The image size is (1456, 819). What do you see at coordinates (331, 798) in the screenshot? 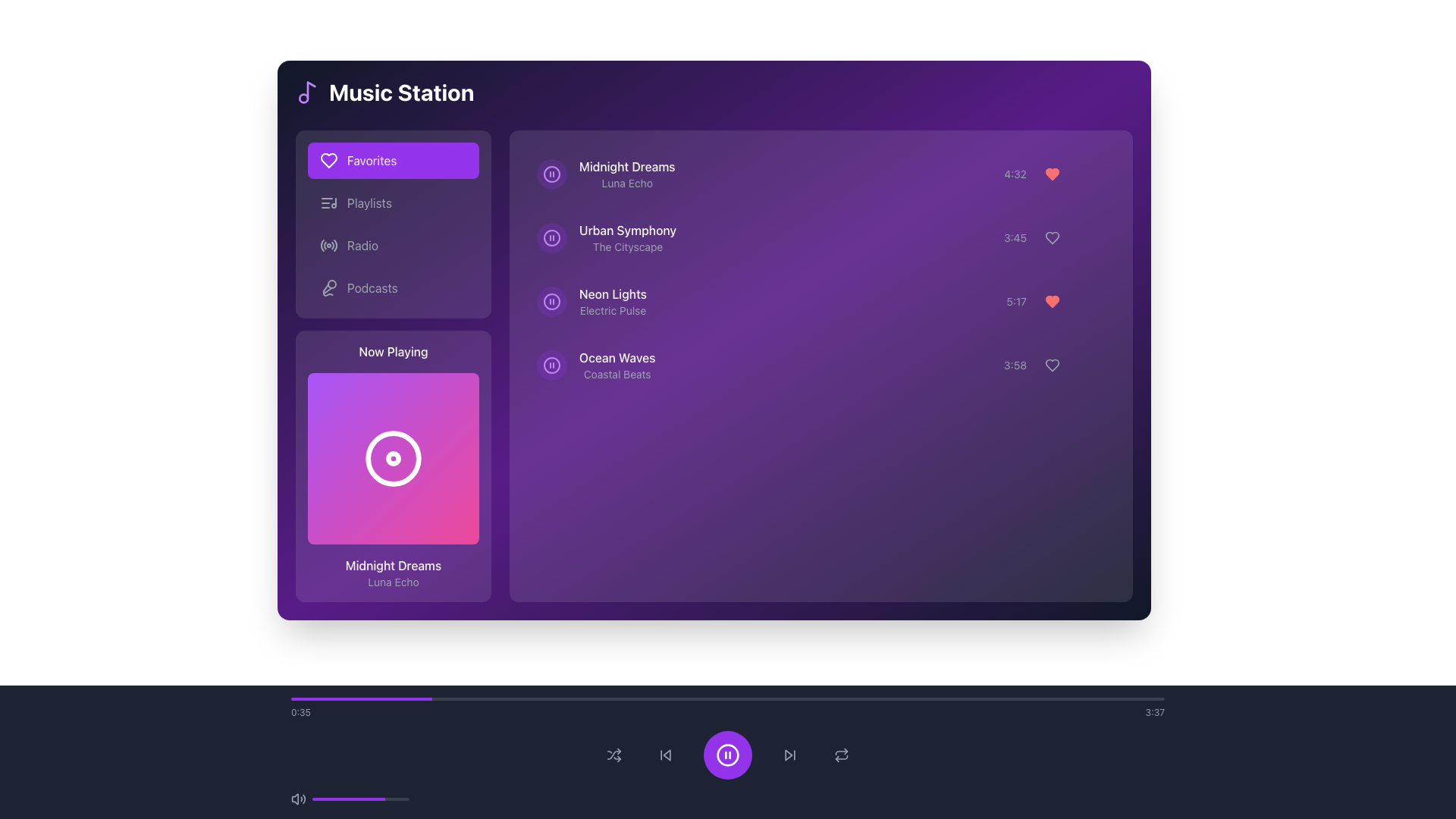
I see `the slider value` at bounding box center [331, 798].